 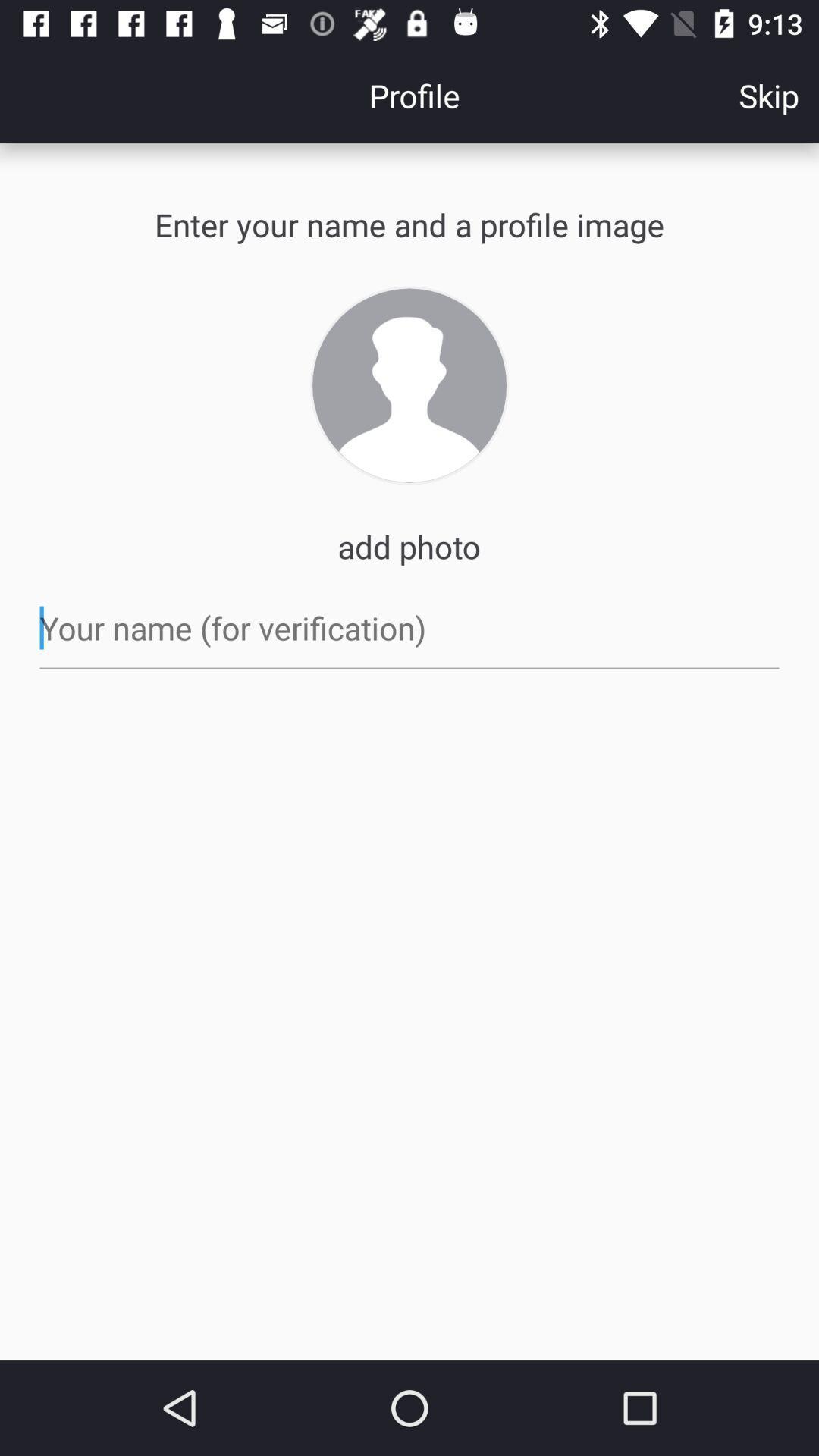 What do you see at coordinates (769, 94) in the screenshot?
I see `icon next to the profile` at bounding box center [769, 94].